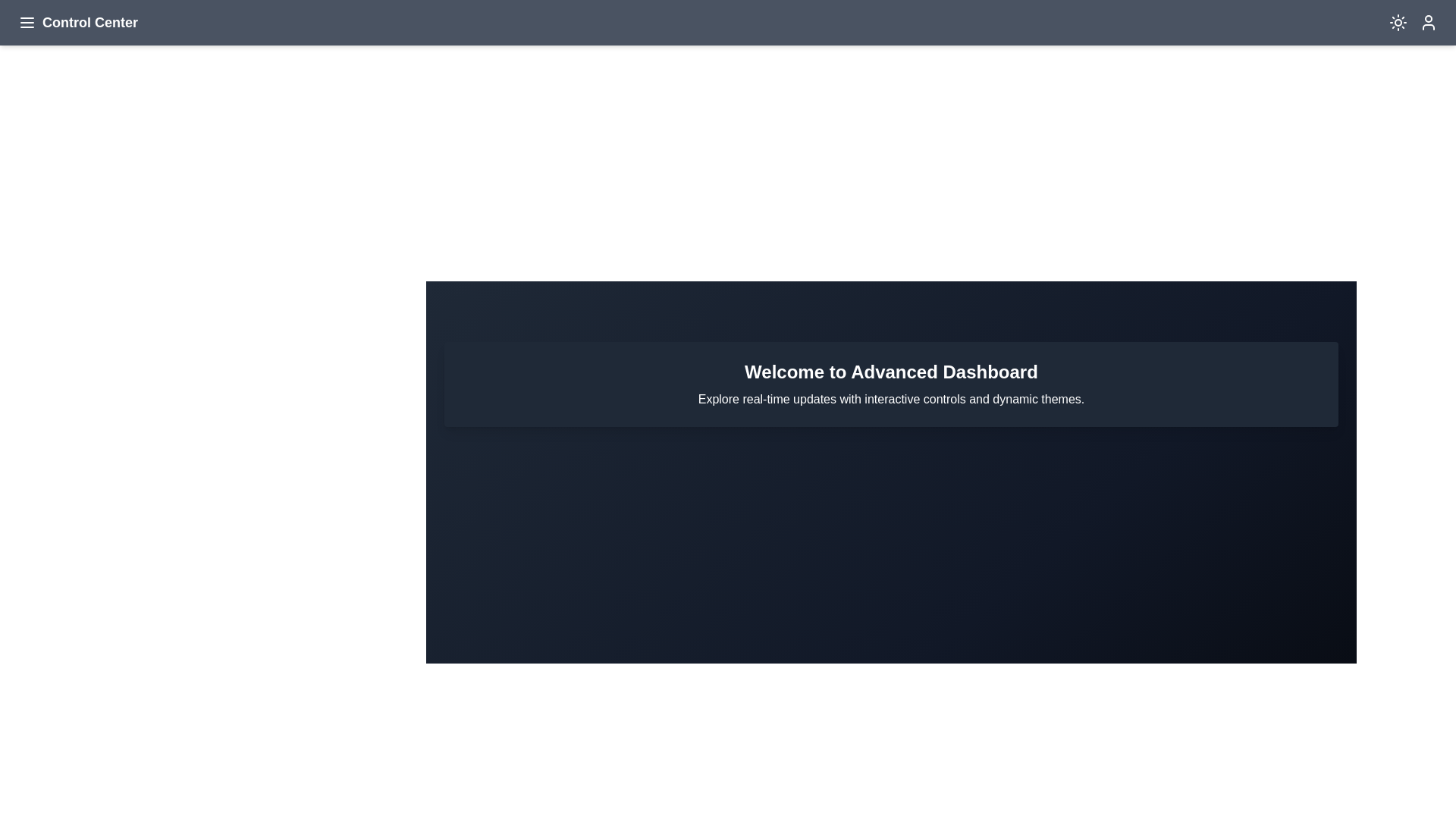 The width and height of the screenshot is (1456, 819). What do you see at coordinates (27, 23) in the screenshot?
I see `the menu icon to toggle the menu` at bounding box center [27, 23].